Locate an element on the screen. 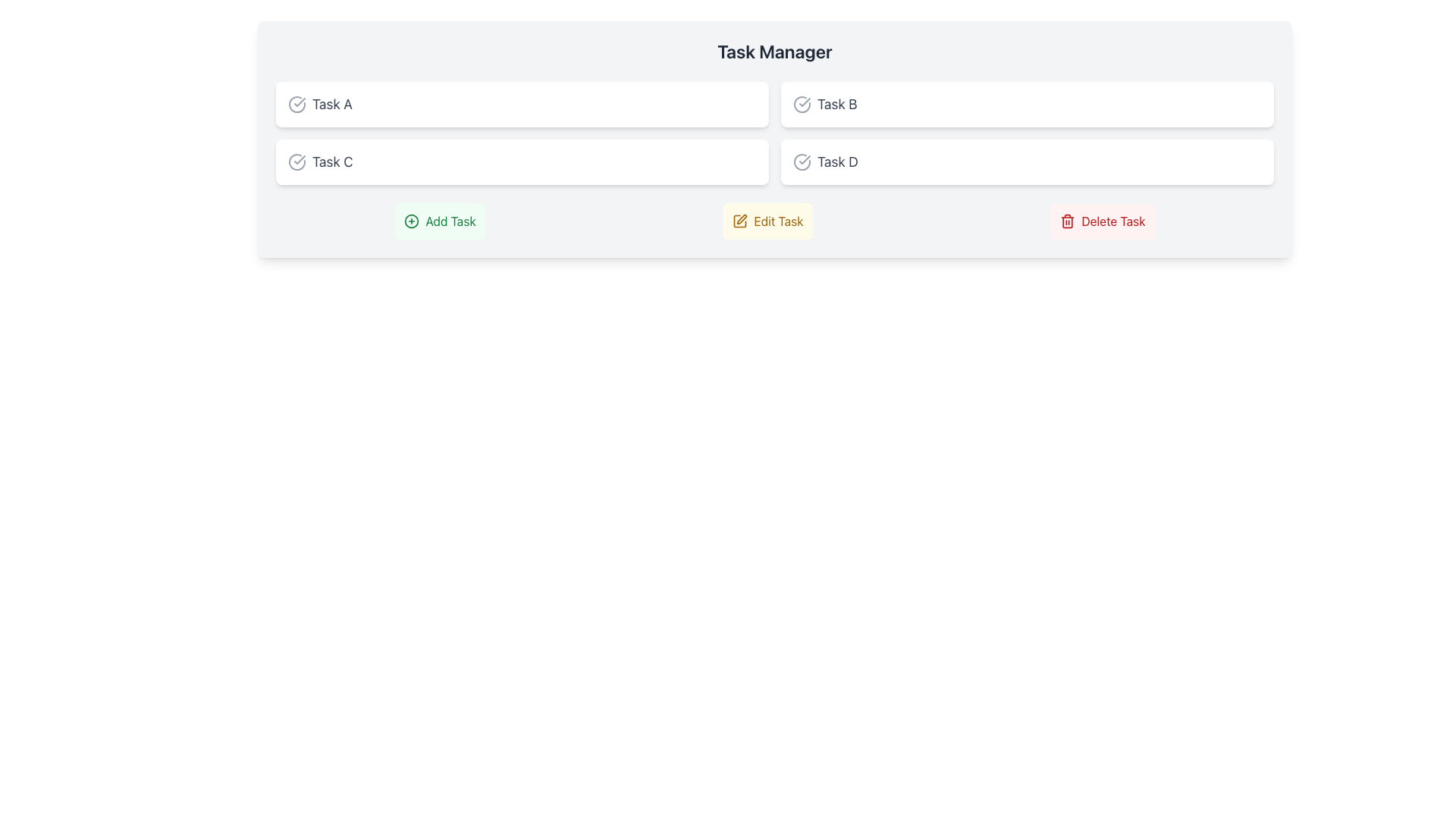  the Status Icon located in the task row labeled 'Task B' is located at coordinates (801, 104).